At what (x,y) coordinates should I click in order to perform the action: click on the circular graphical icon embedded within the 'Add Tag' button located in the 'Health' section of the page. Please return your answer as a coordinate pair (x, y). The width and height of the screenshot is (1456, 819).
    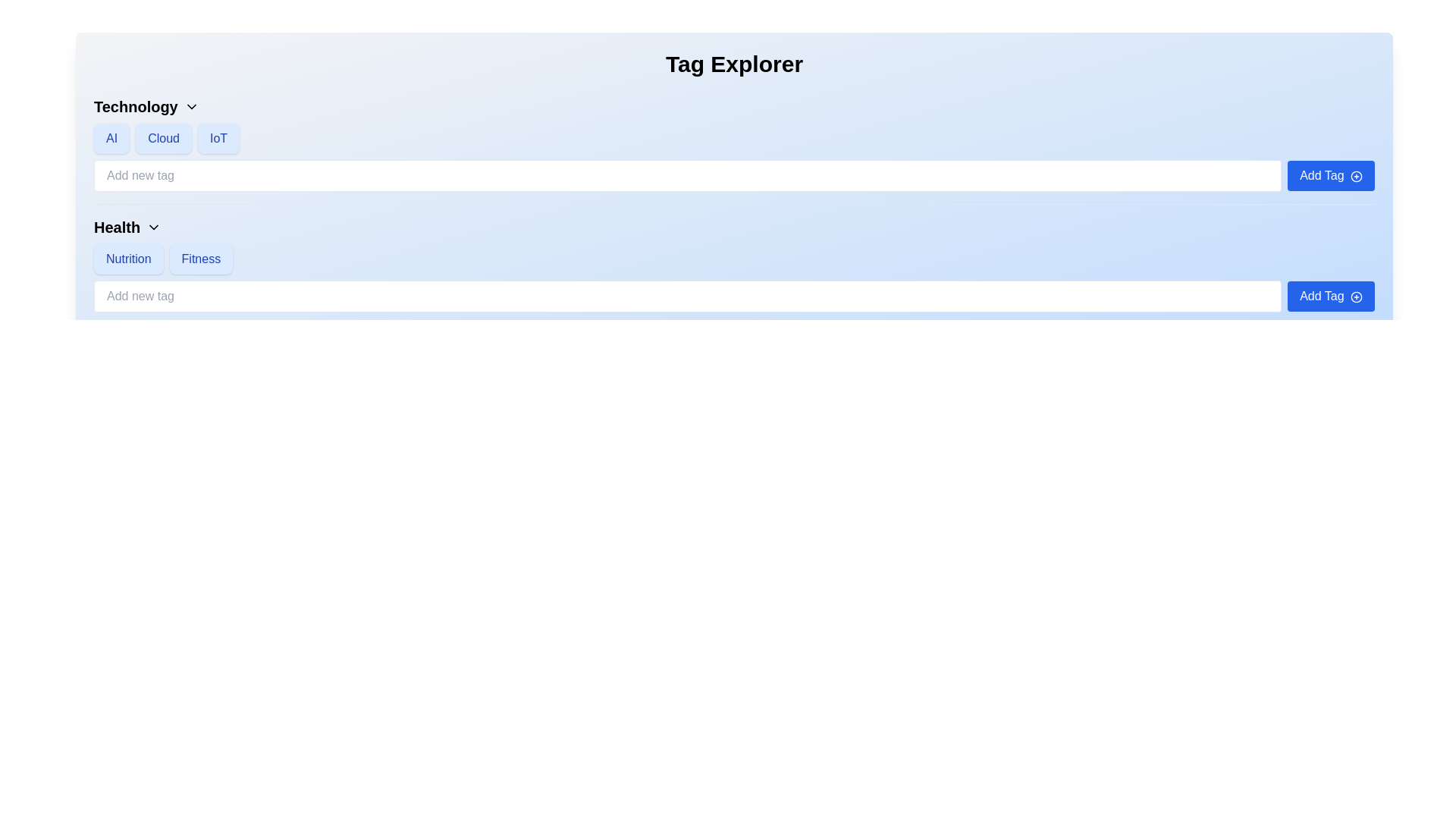
    Looking at the image, I should click on (1357, 296).